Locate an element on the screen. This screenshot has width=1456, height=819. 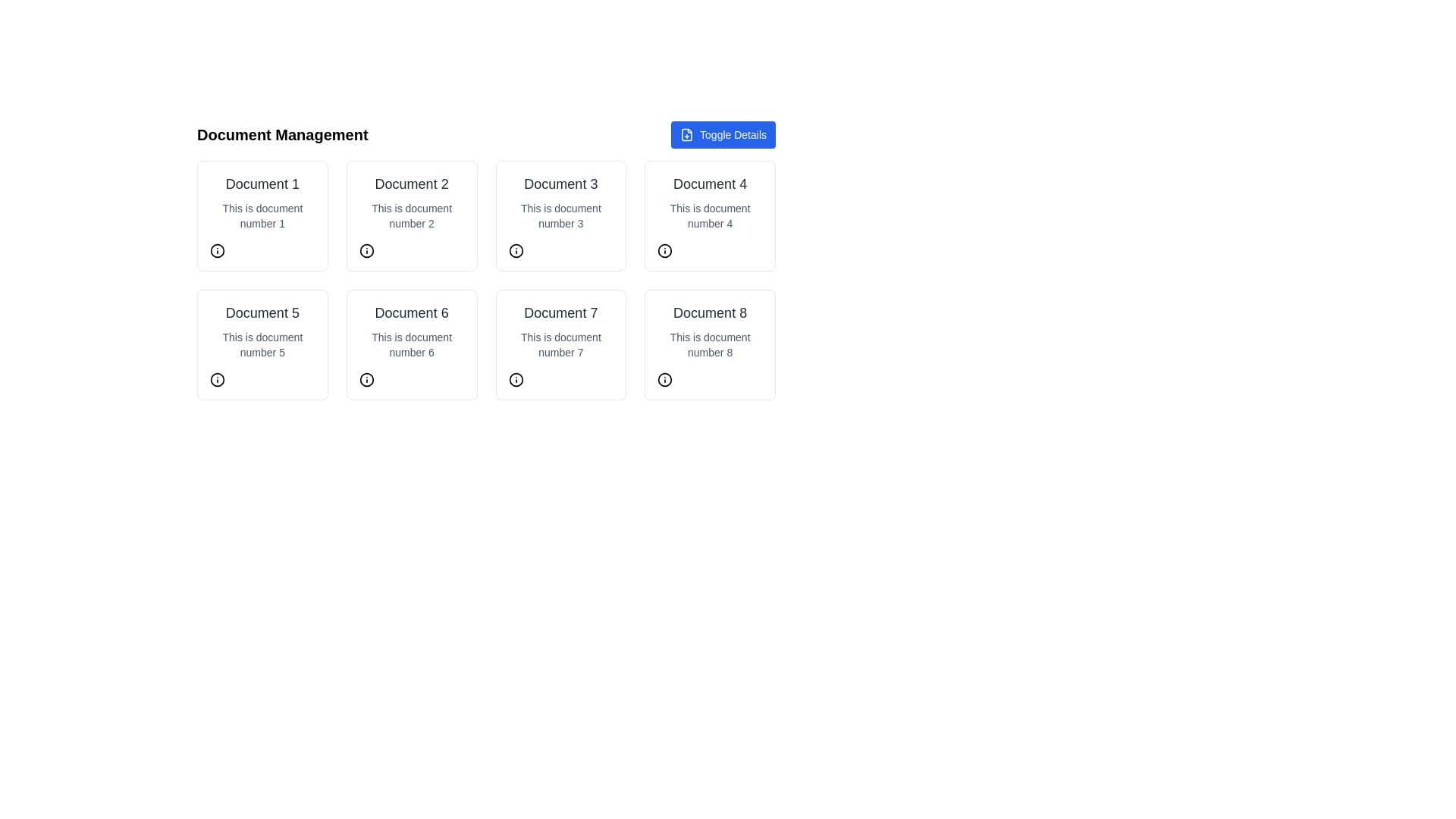
the card-like informational panel displaying the title and brief description of a document, located in the second row, first column of the grid layout is located at coordinates (262, 345).